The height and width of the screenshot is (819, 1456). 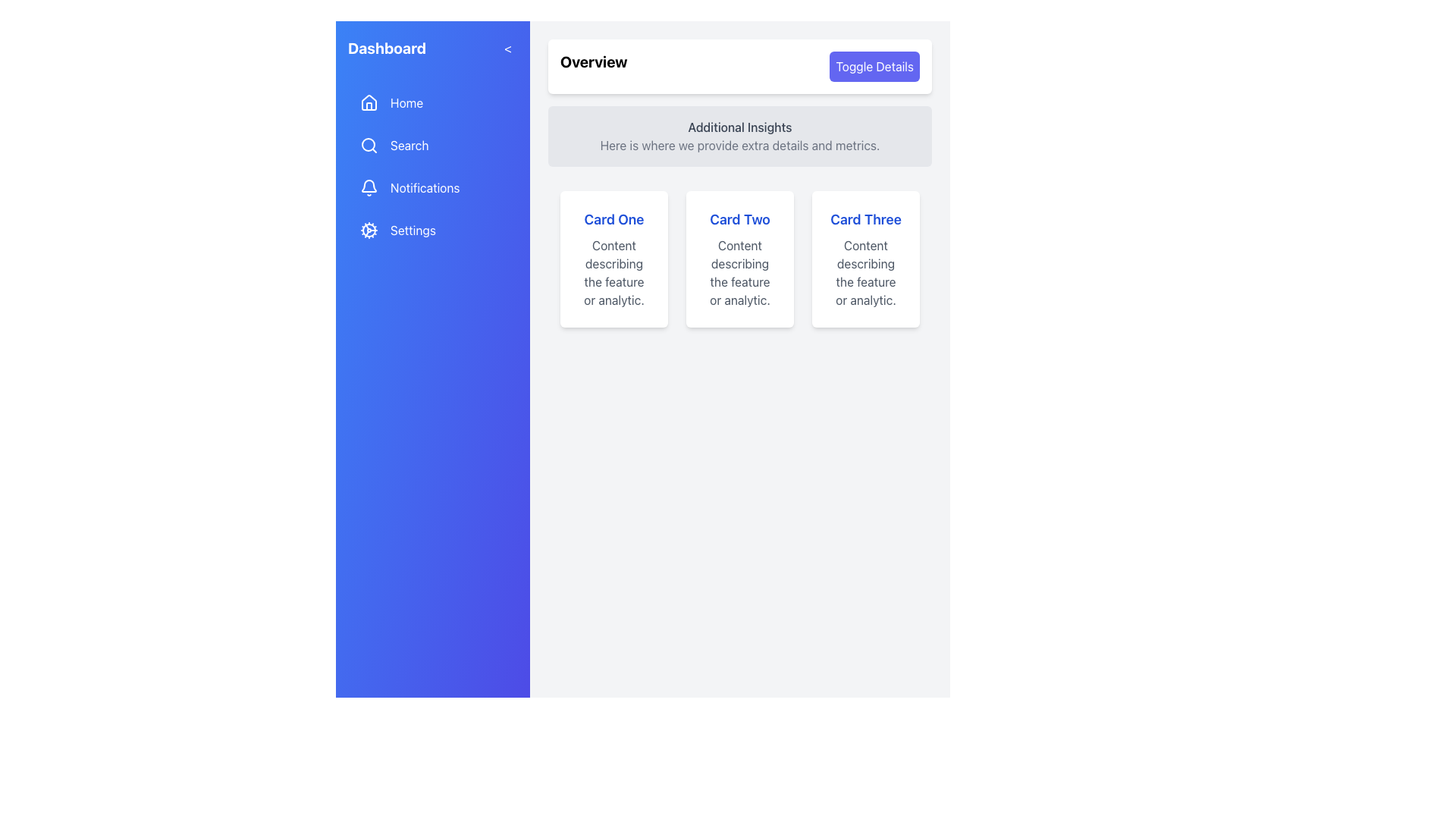 What do you see at coordinates (432, 146) in the screenshot?
I see `the 'Search' navigation menu item, which is the second item in the vertical navigation menu with a blue background gradient` at bounding box center [432, 146].